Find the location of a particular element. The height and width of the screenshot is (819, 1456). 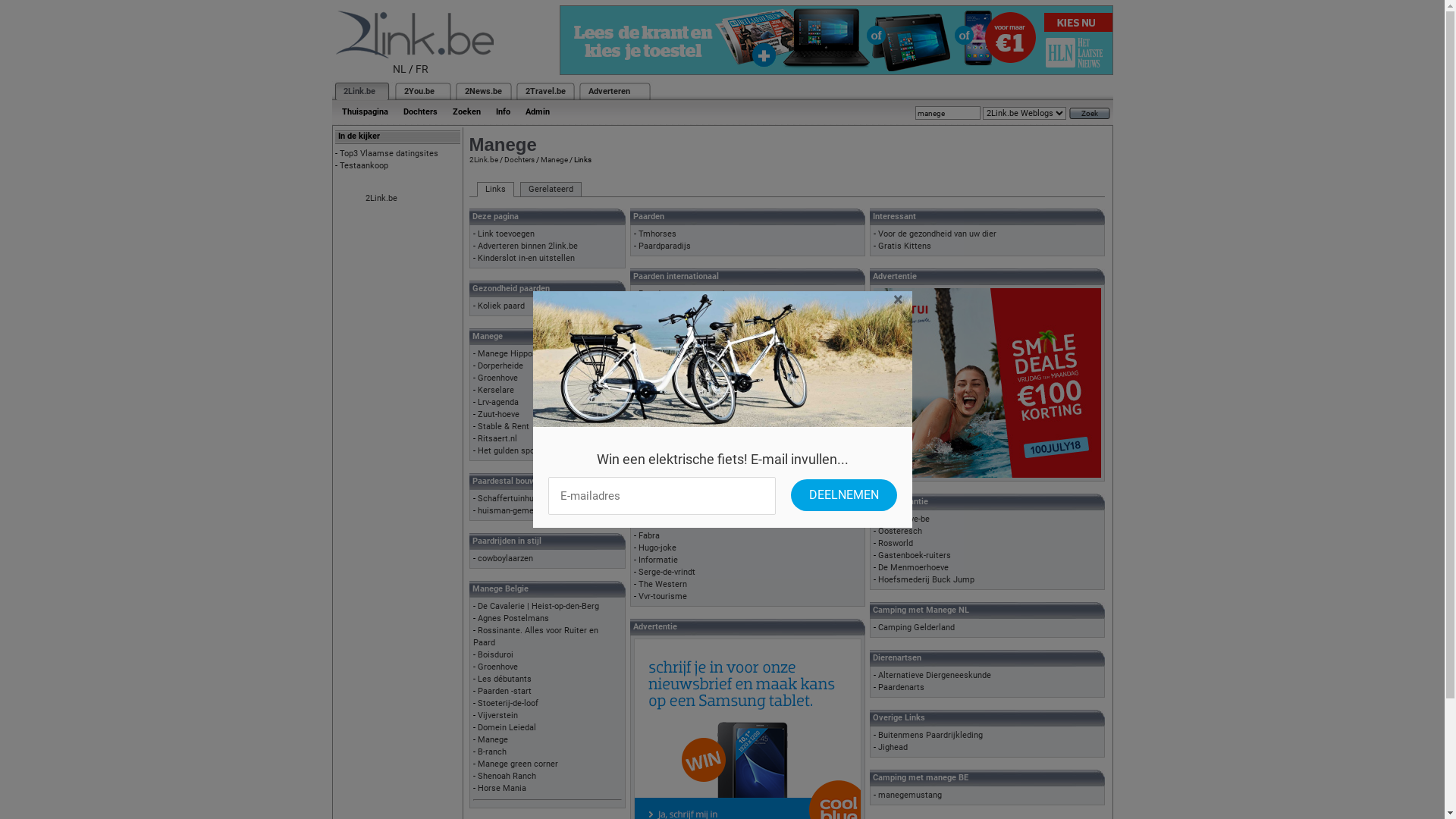

'Paarden -start' is located at coordinates (504, 691).